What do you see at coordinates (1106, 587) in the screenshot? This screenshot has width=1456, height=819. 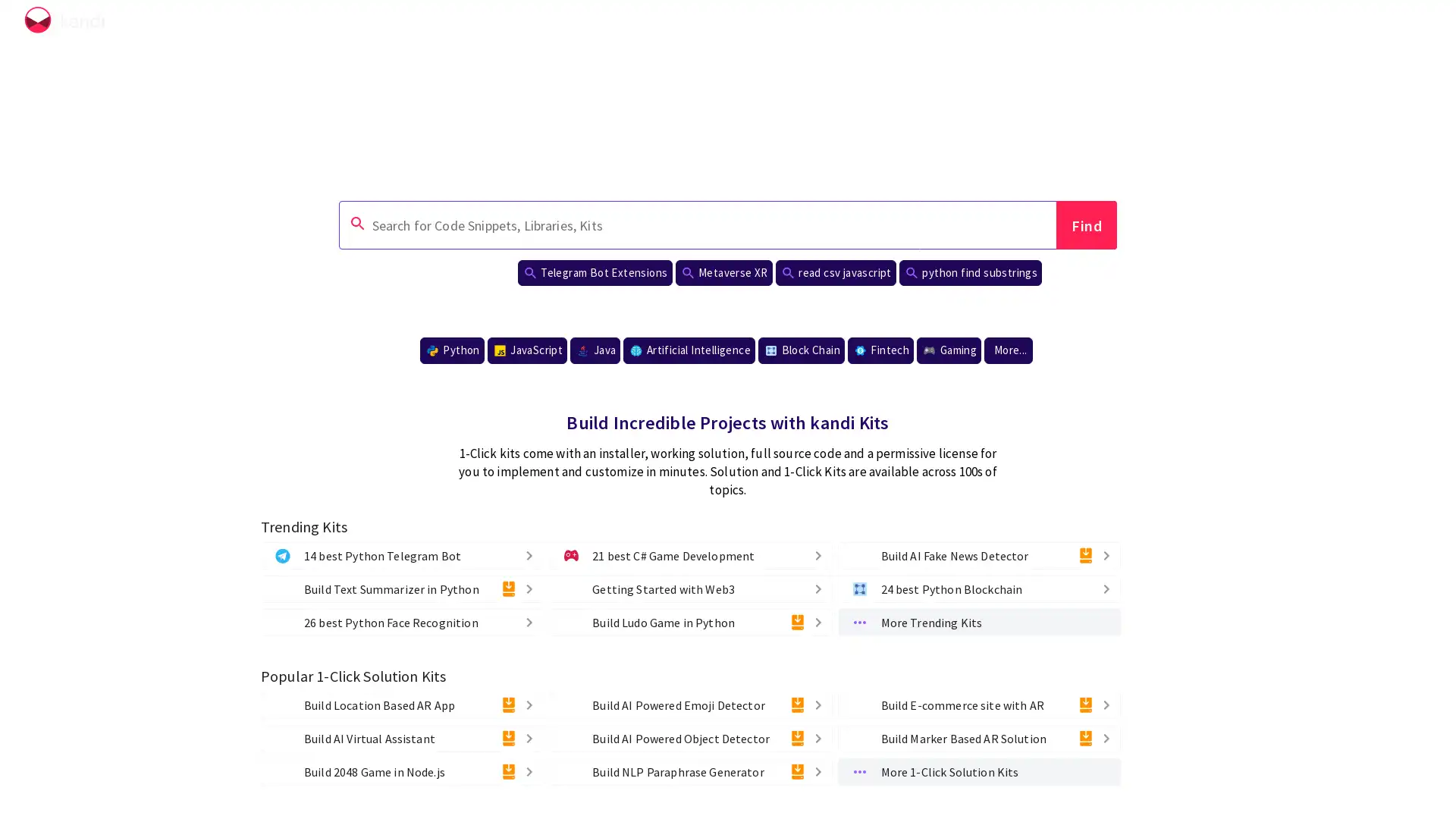 I see `delete` at bounding box center [1106, 587].